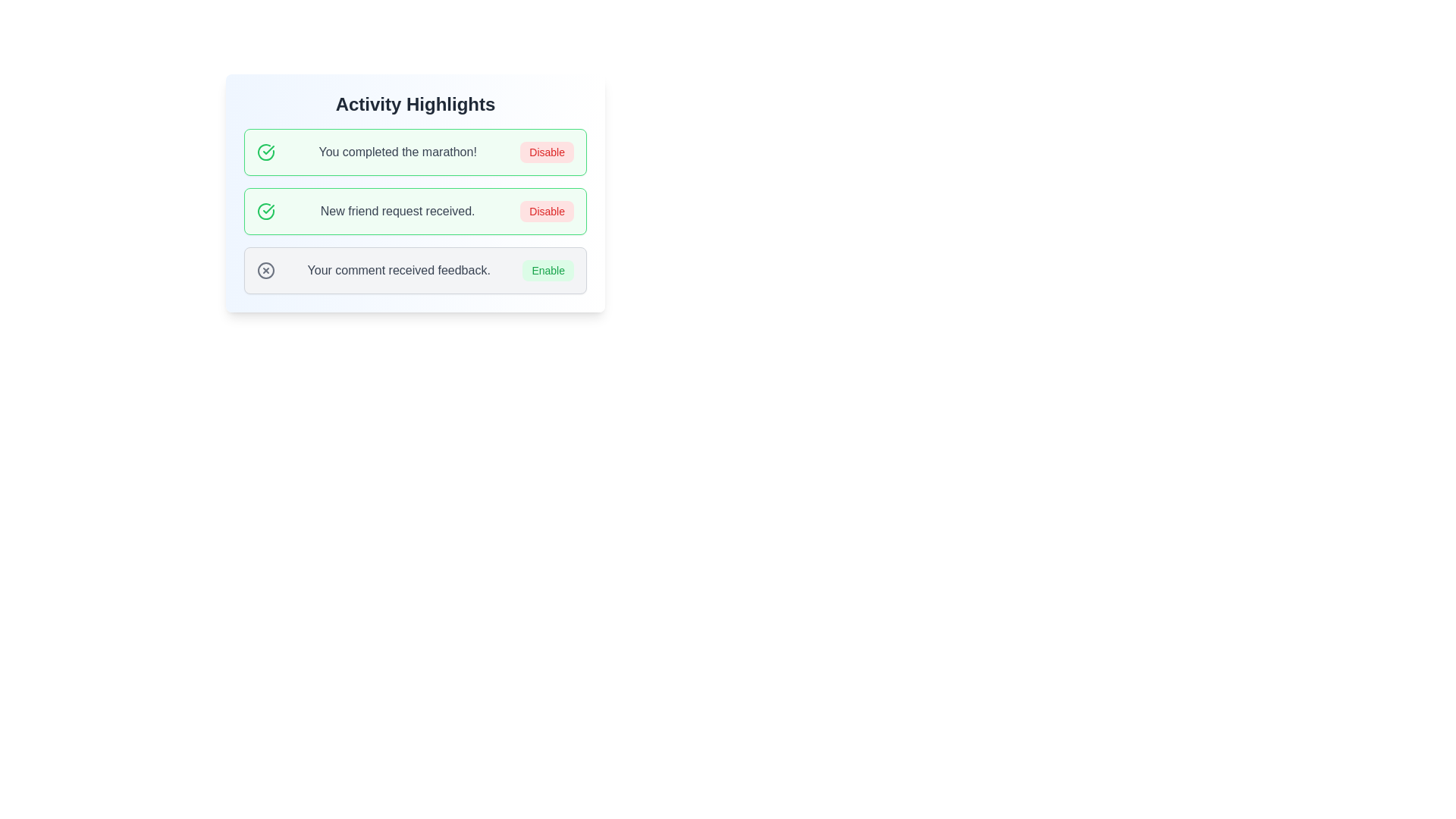 The width and height of the screenshot is (1456, 819). What do you see at coordinates (415, 270) in the screenshot?
I see `the 'Enable' button on the Notification card about feedback received on a comment, which is located in the bottom section of the list under 'Activity Highlights'` at bounding box center [415, 270].